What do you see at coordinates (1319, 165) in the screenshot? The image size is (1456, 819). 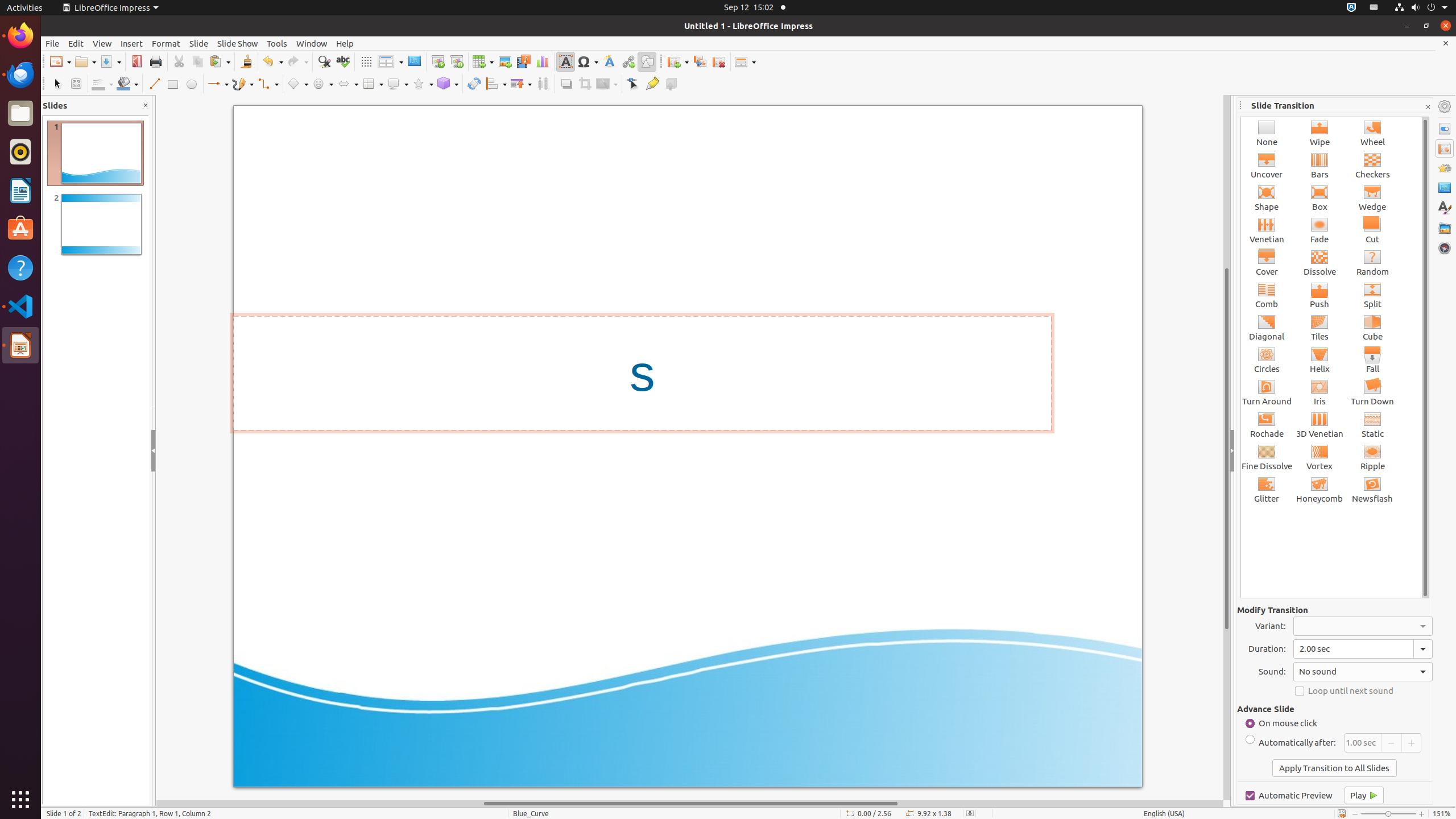 I see `'Bars'` at bounding box center [1319, 165].